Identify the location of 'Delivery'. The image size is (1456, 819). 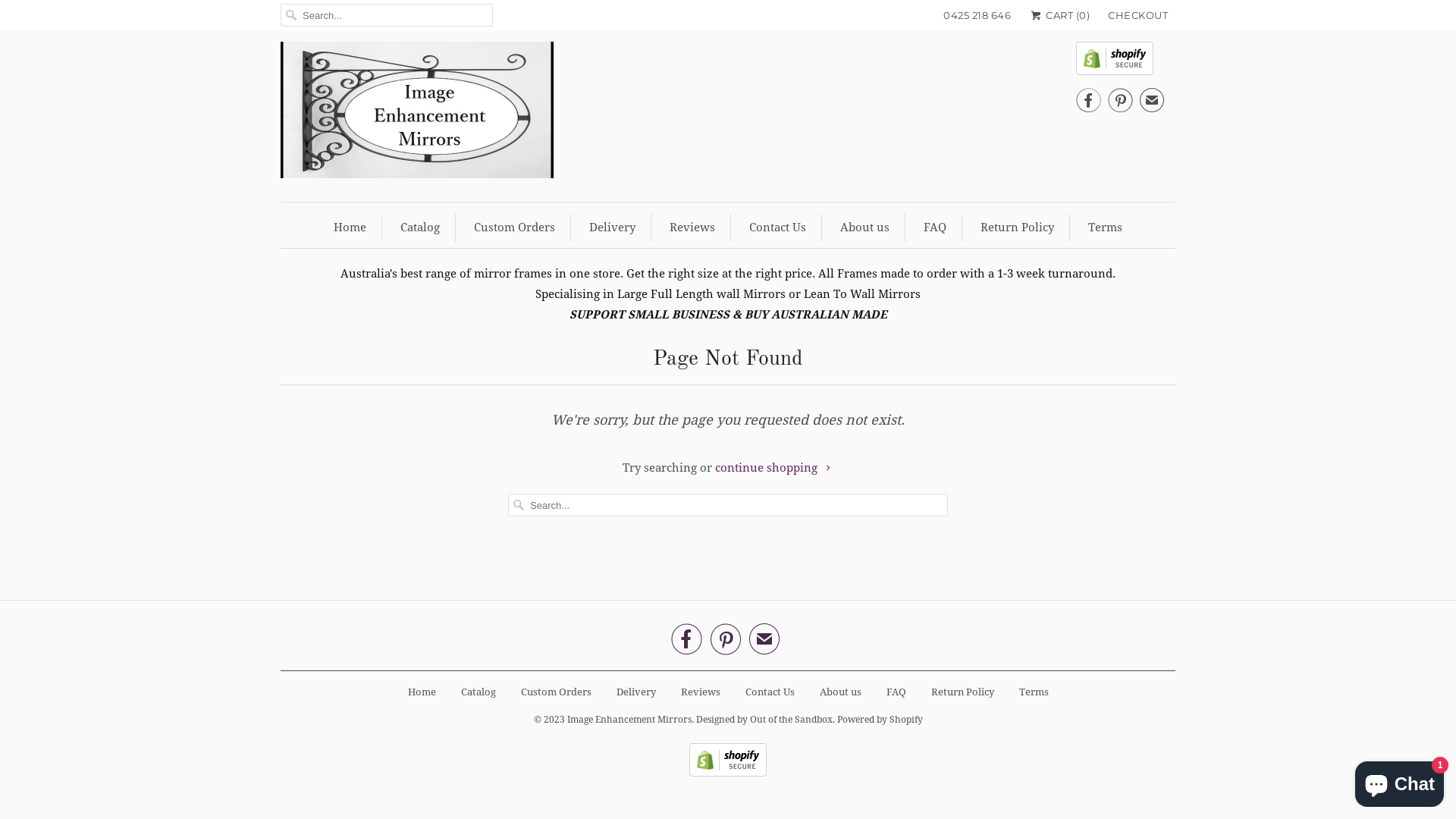
(635, 692).